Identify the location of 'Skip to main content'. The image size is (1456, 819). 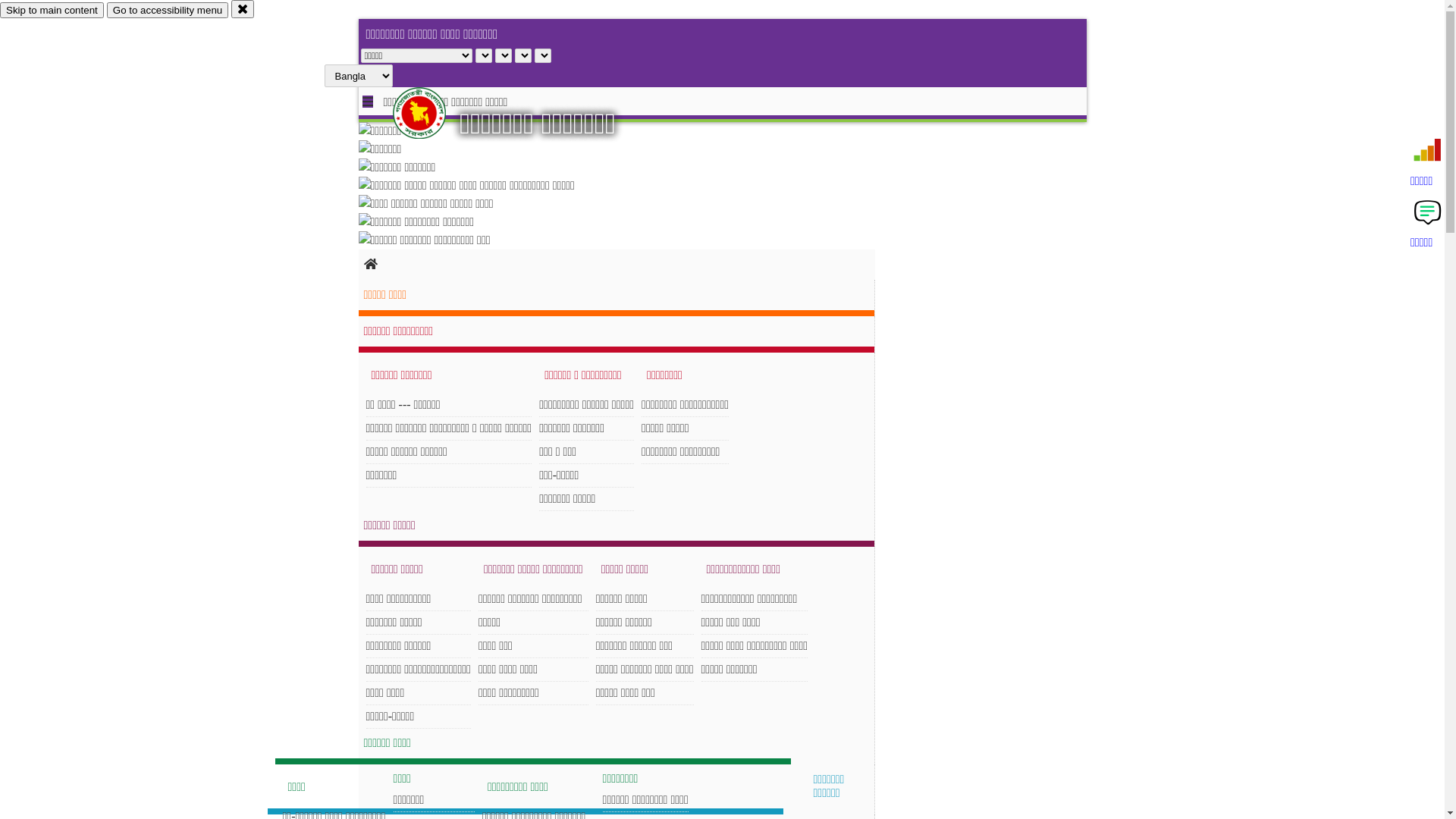
(0, 10).